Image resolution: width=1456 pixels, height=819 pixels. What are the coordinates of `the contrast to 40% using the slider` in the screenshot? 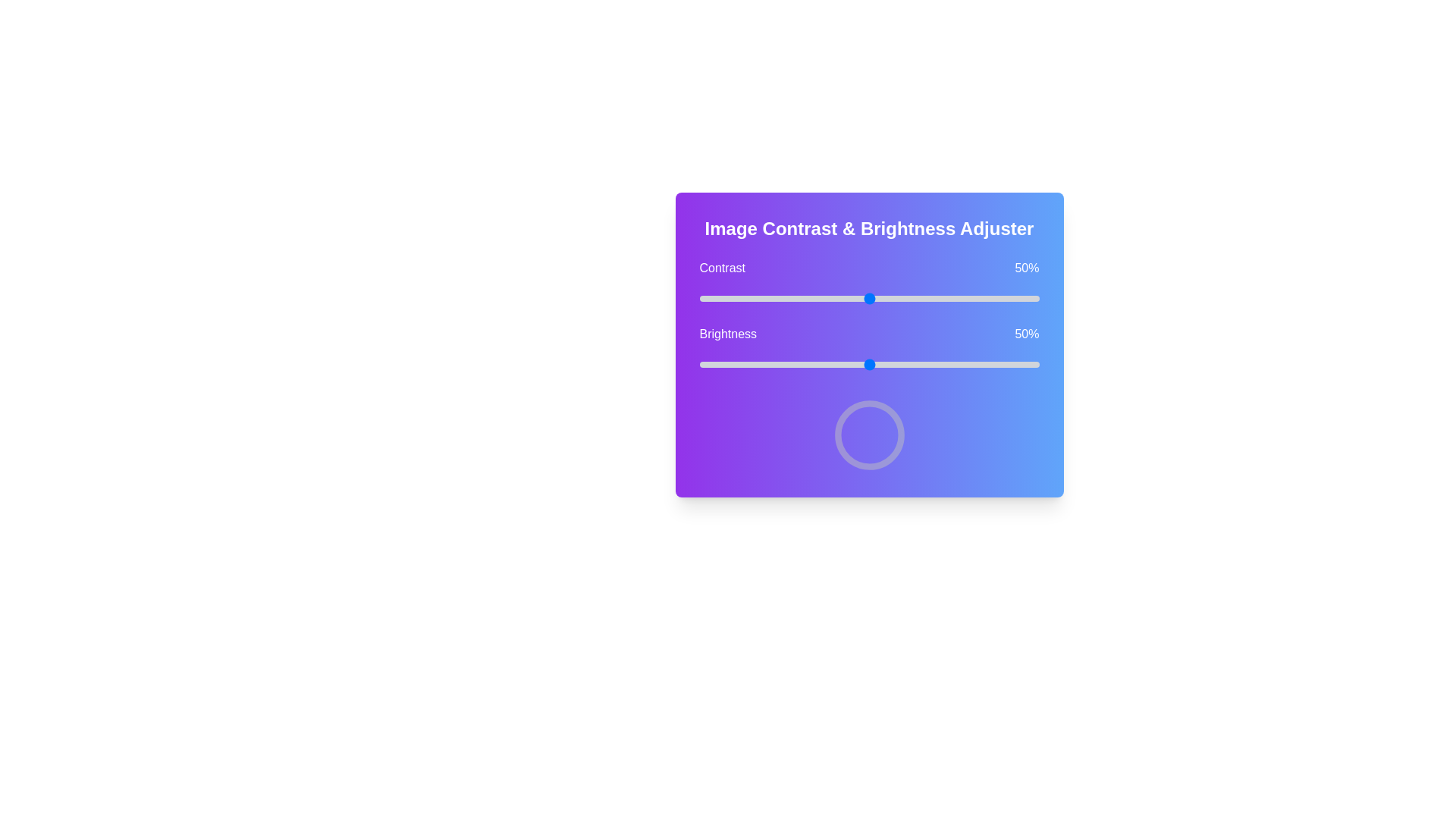 It's located at (834, 298).